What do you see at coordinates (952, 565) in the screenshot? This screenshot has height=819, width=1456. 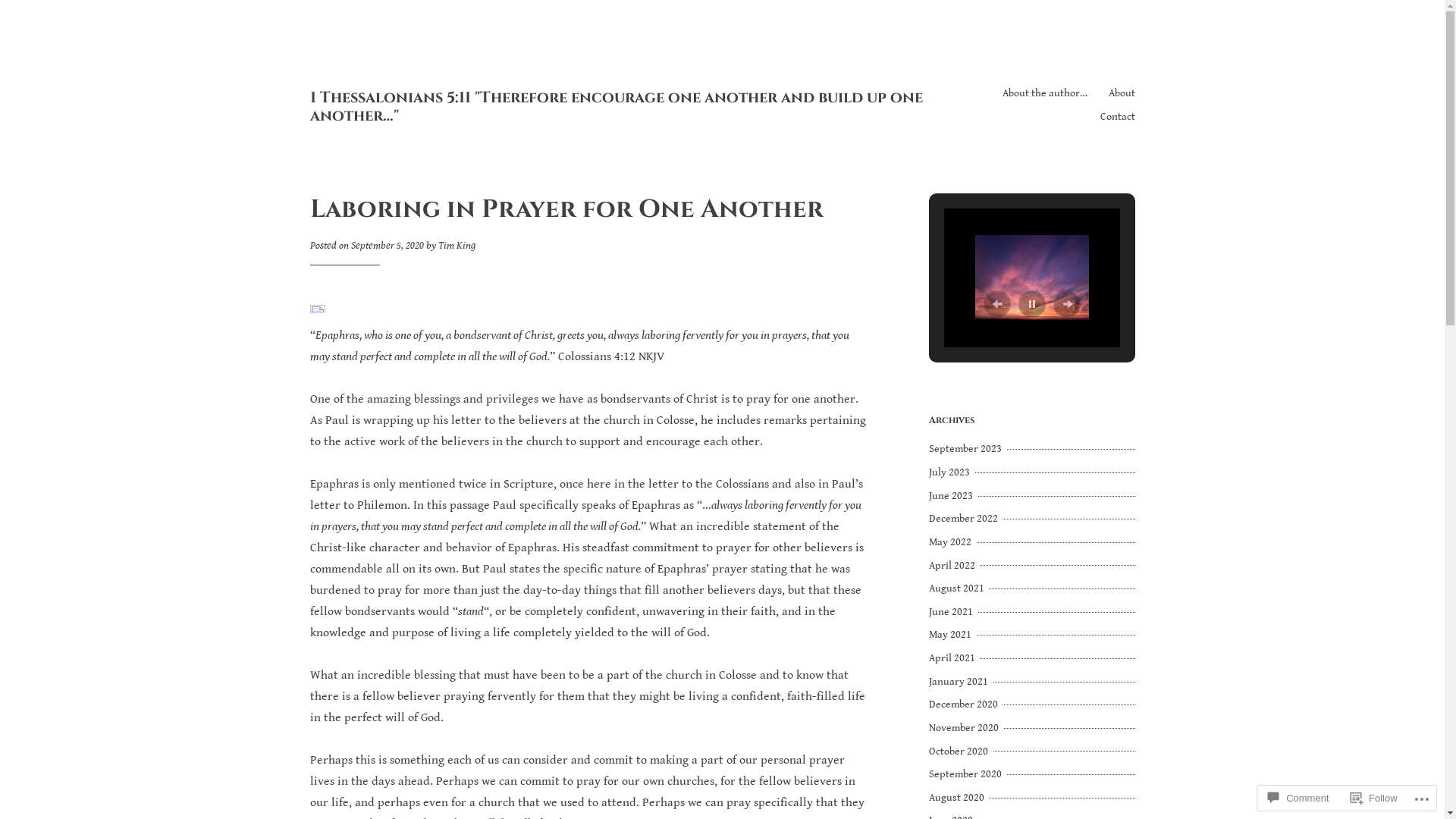 I see `'April 2022'` at bounding box center [952, 565].